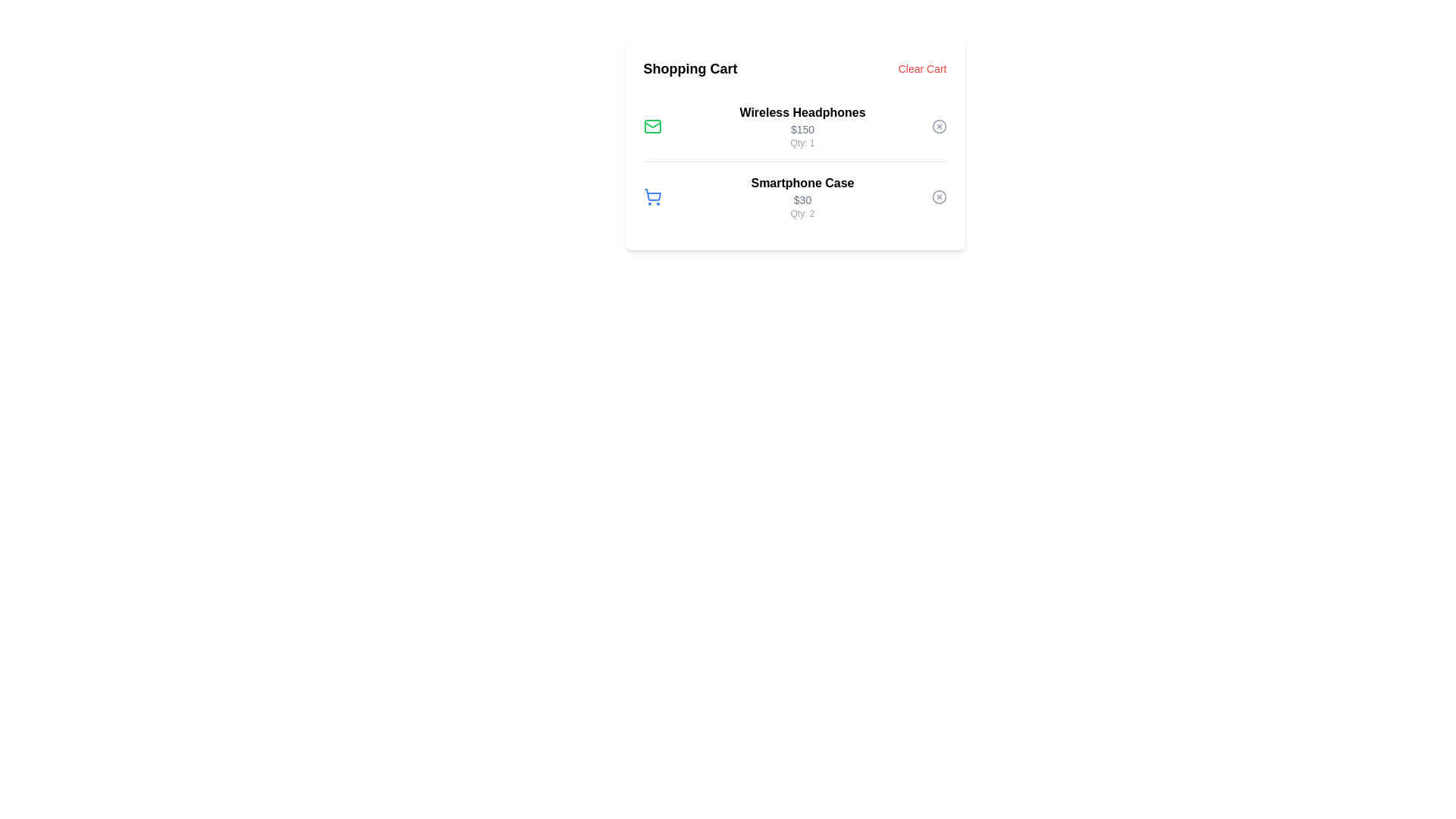 The height and width of the screenshot is (819, 1456). Describe the element at coordinates (802, 196) in the screenshot. I see `information displayed in the TextDisplay element that provides details about the item in the shopping cart, located below 'Wireless Headphones' and between the shopping cart icon and the remove button` at that location.